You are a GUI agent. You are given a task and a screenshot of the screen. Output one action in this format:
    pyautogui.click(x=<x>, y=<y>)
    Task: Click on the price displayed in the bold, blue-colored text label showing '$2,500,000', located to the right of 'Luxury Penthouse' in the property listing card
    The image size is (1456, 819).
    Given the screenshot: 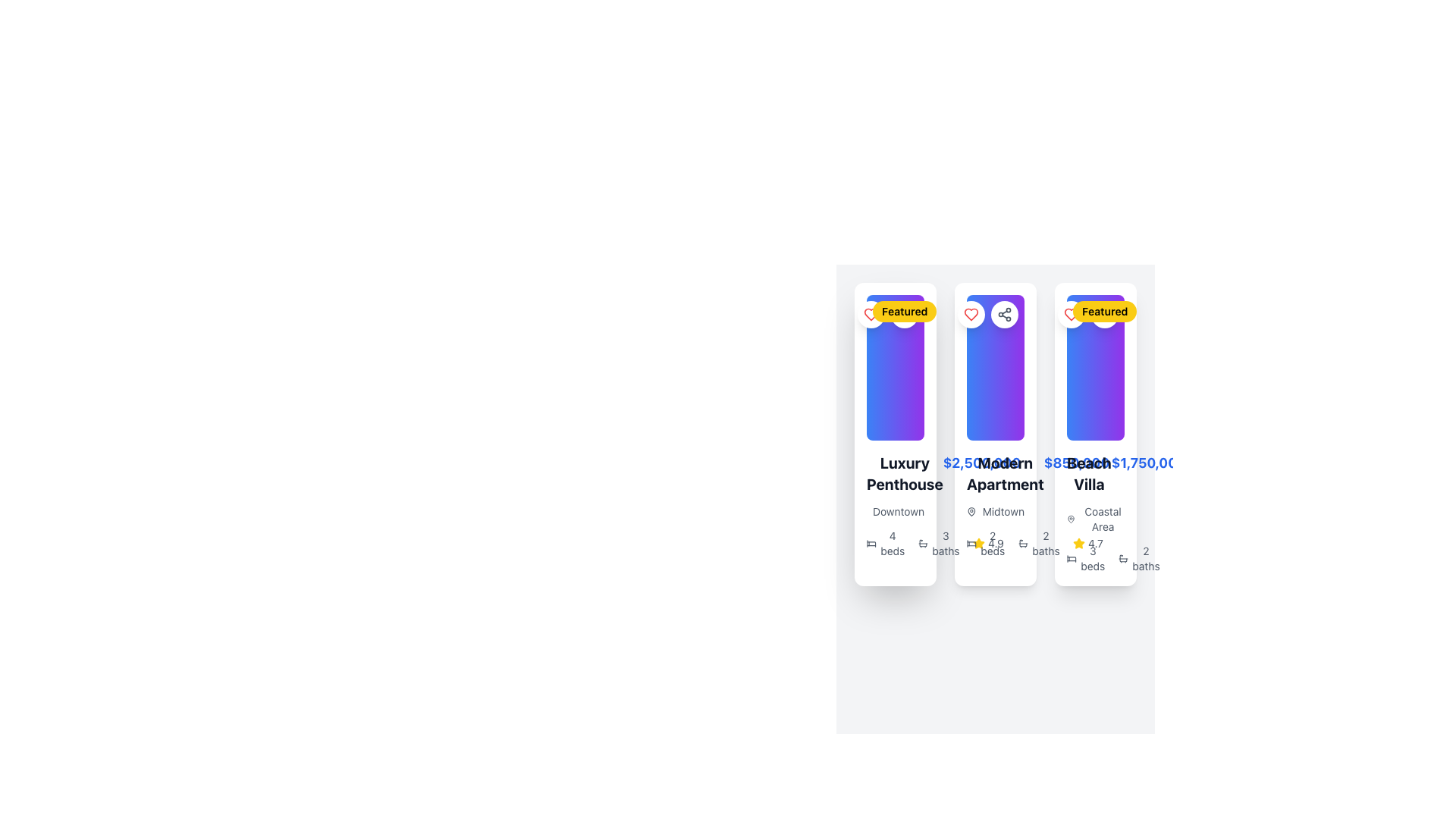 What is the action you would take?
    pyautogui.click(x=982, y=462)
    